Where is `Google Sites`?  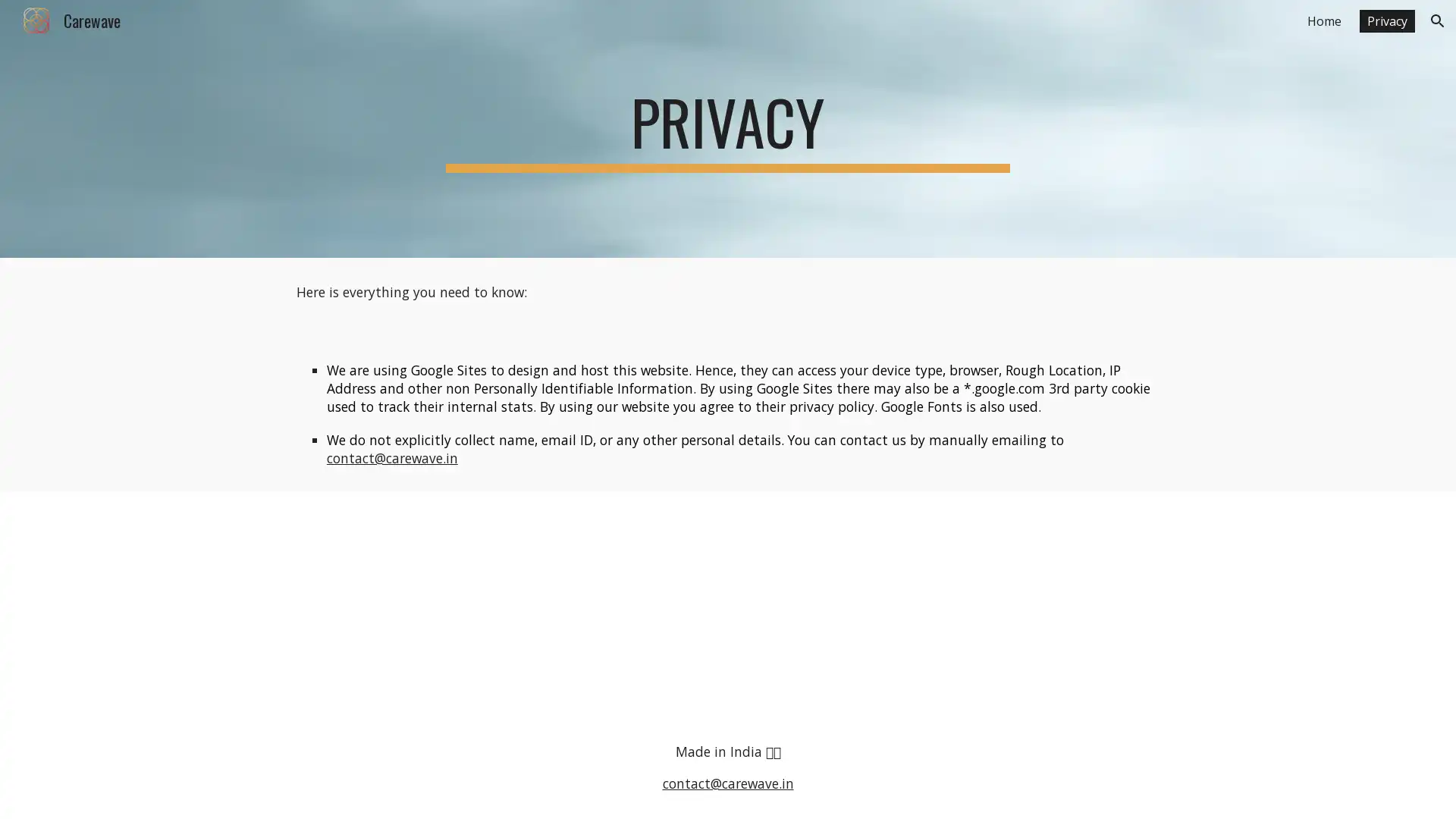 Google Sites is located at coordinates (73, 792).